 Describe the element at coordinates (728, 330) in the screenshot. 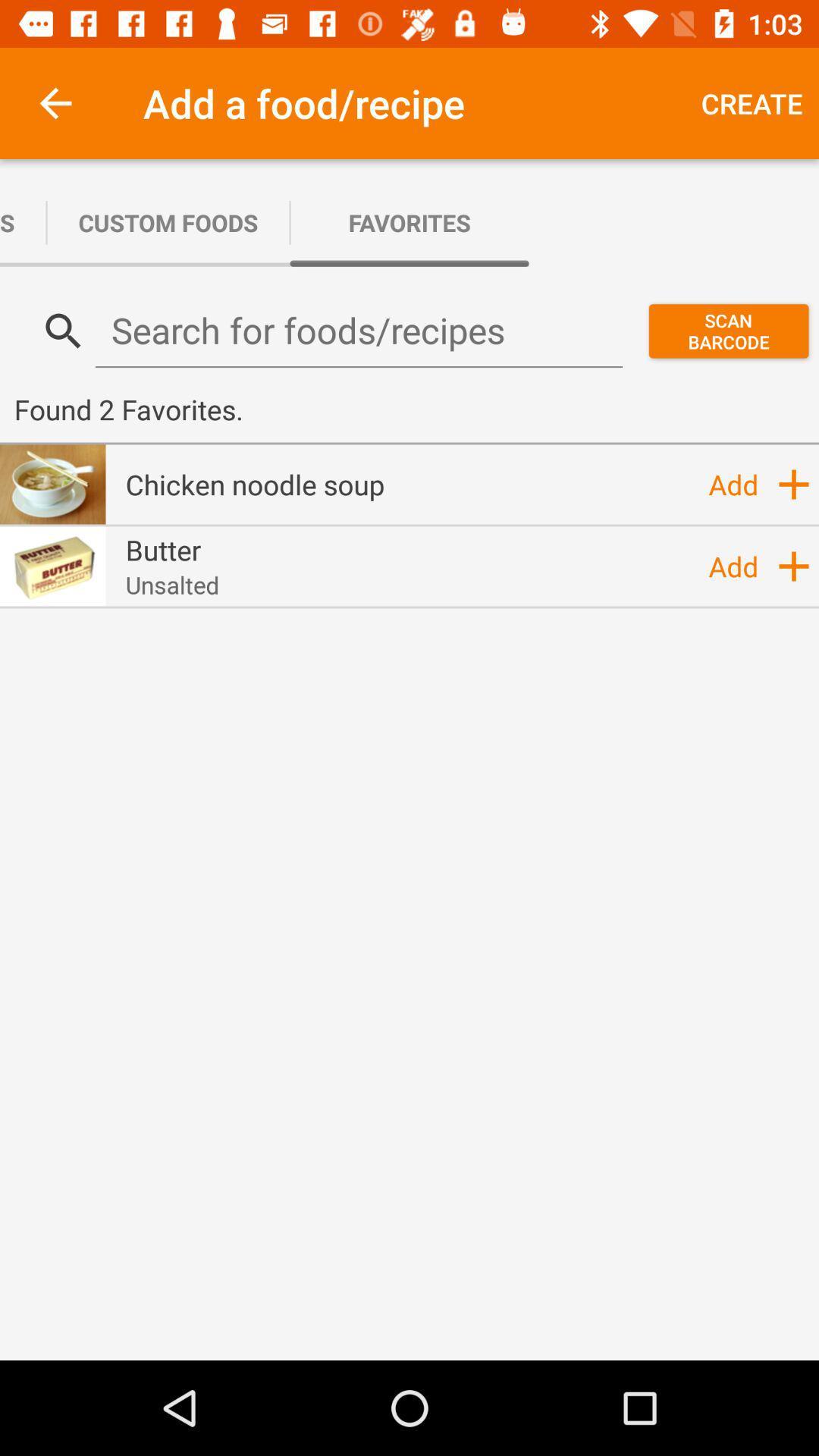

I see `icon below the create item` at that location.